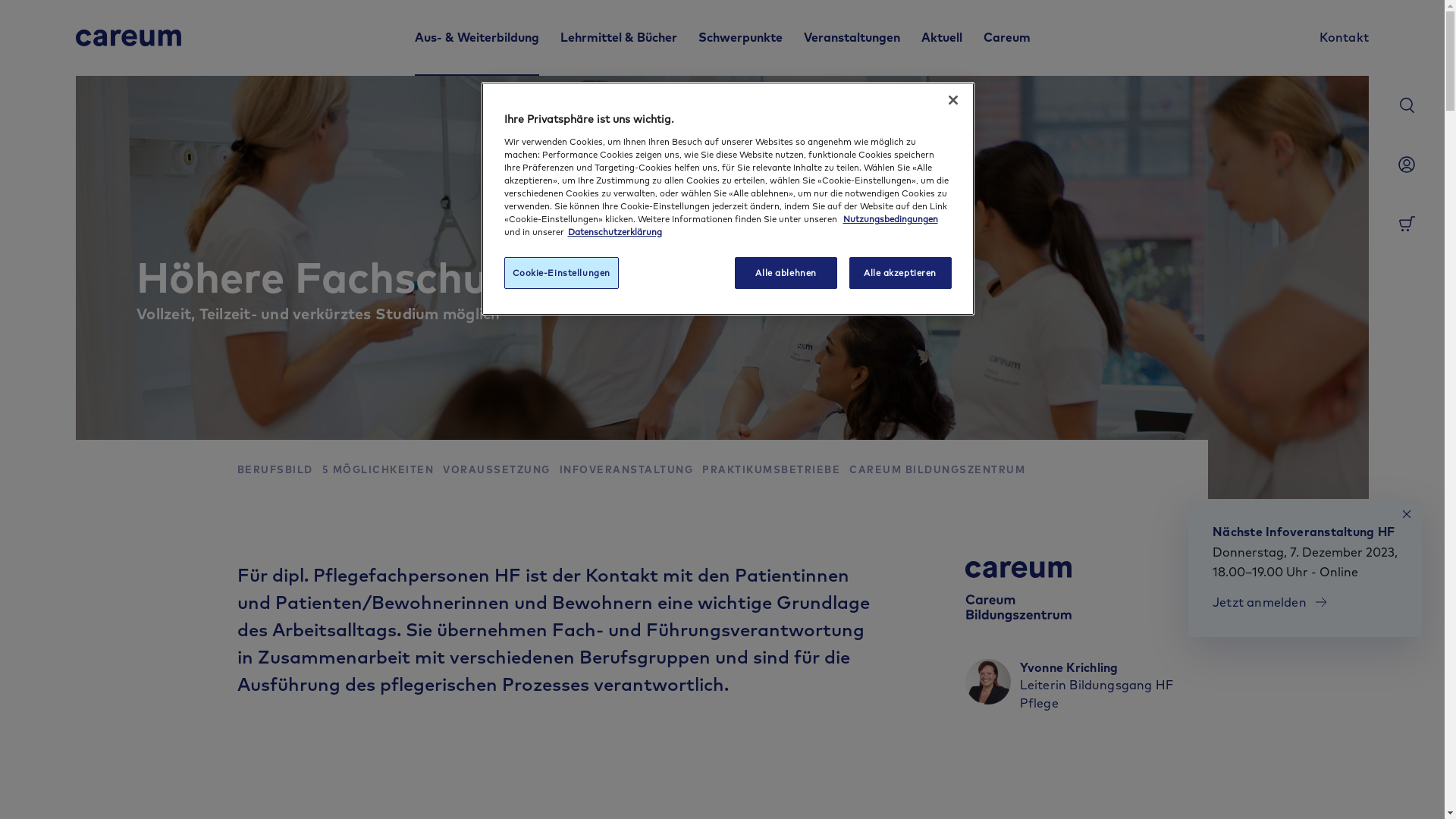 This screenshot has width=1456, height=819. What do you see at coordinates (890, 218) in the screenshot?
I see `'Nutzungsbedingungen'` at bounding box center [890, 218].